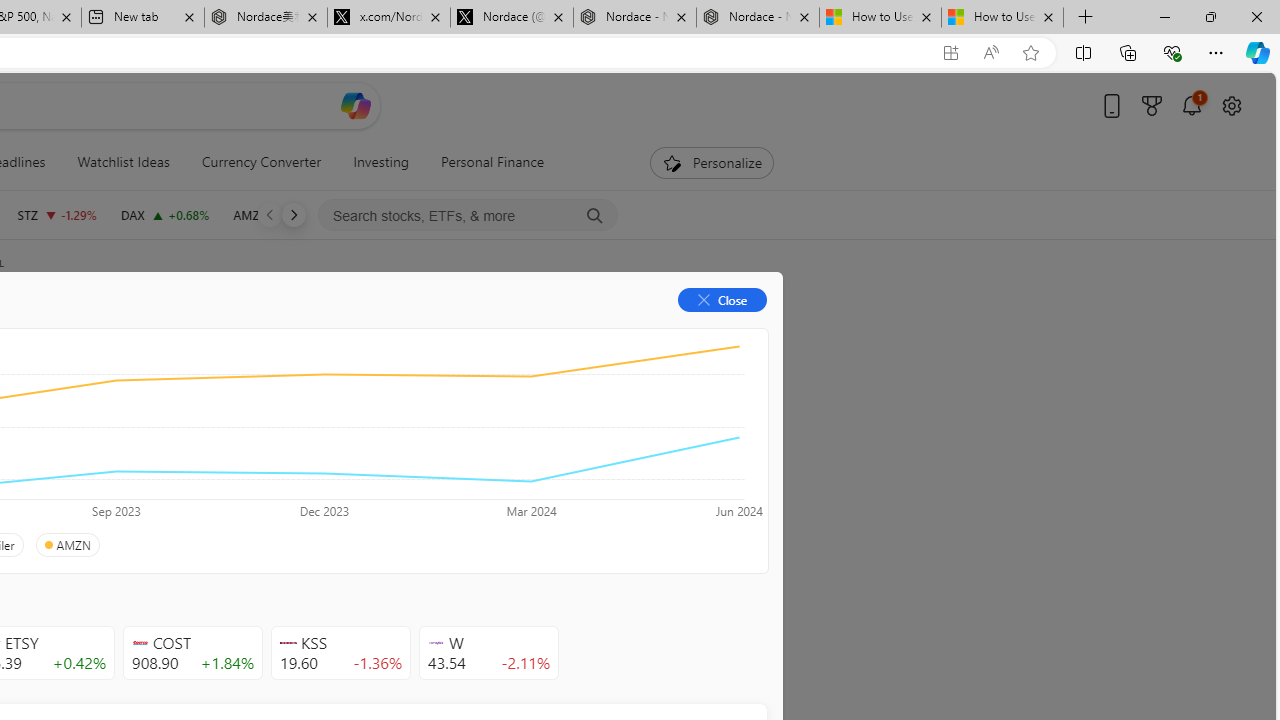  Describe the element at coordinates (991, 52) in the screenshot. I see `'Read aloud this page (Ctrl+Shift+U)'` at that location.